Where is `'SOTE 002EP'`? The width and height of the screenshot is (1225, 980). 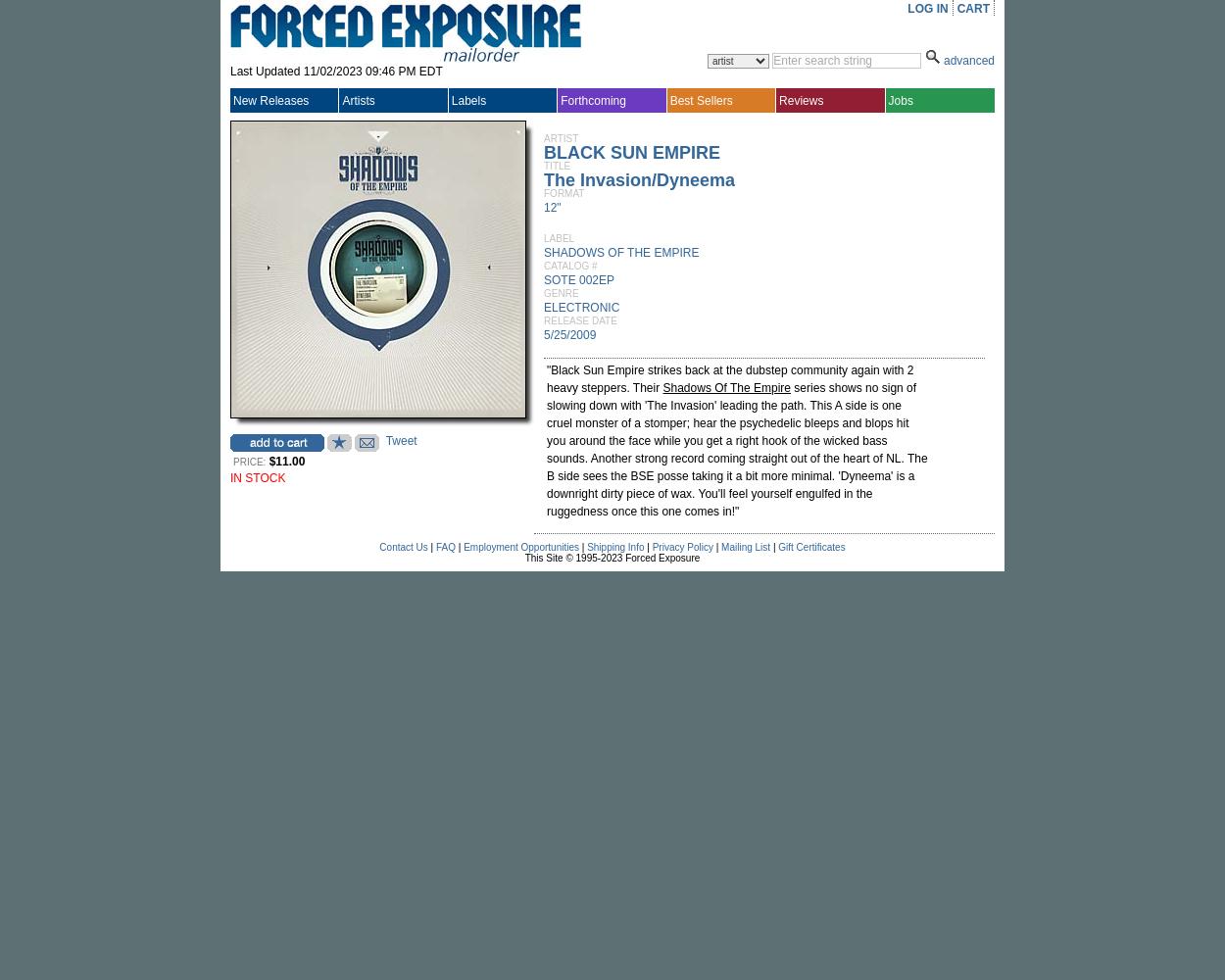 'SOTE 002EP' is located at coordinates (578, 280).